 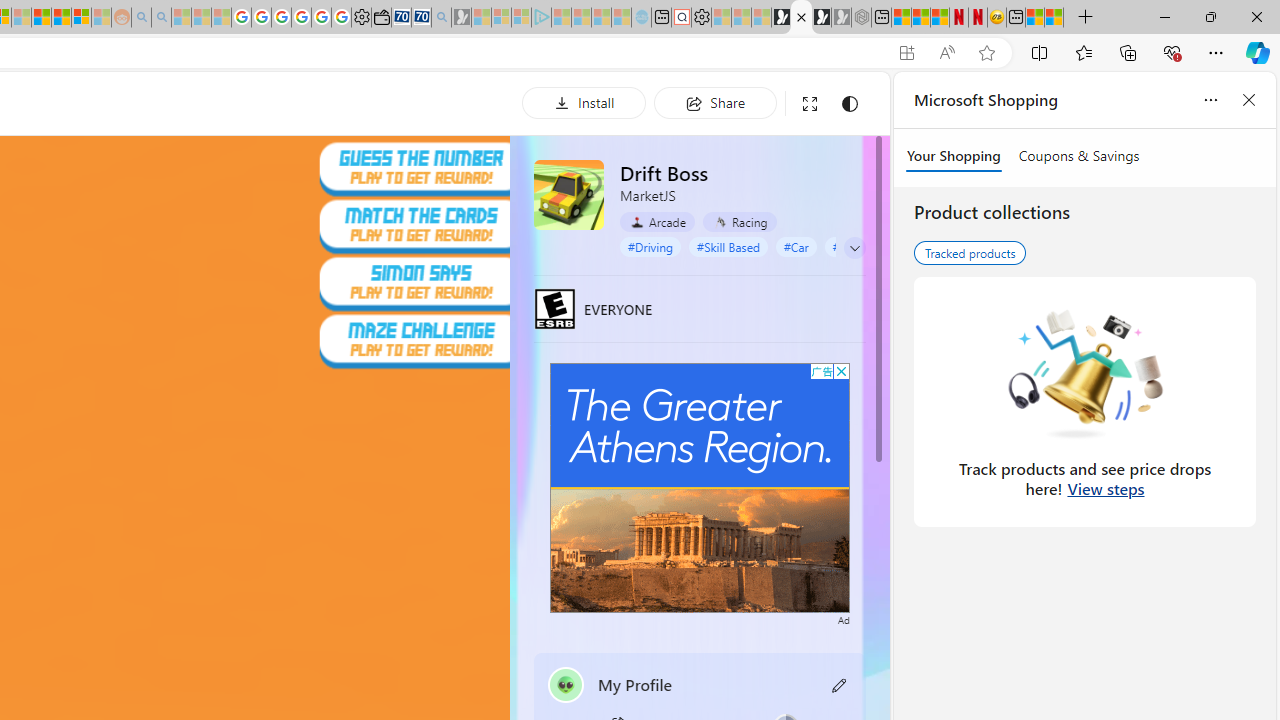 I want to click on 'Minimize', so click(x=1164, y=16).